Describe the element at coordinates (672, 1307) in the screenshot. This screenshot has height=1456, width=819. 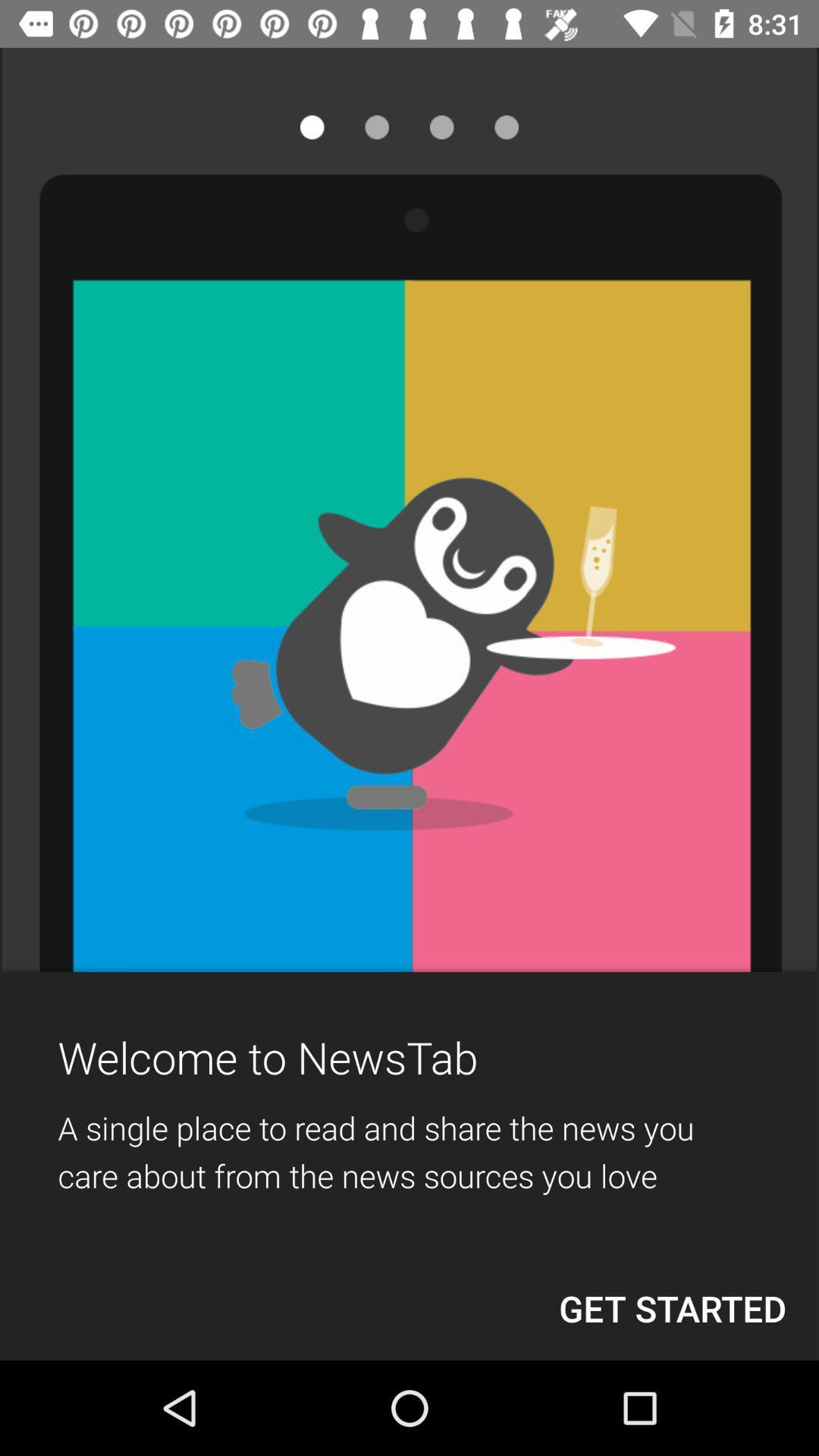
I see `icon at the bottom right corner` at that location.